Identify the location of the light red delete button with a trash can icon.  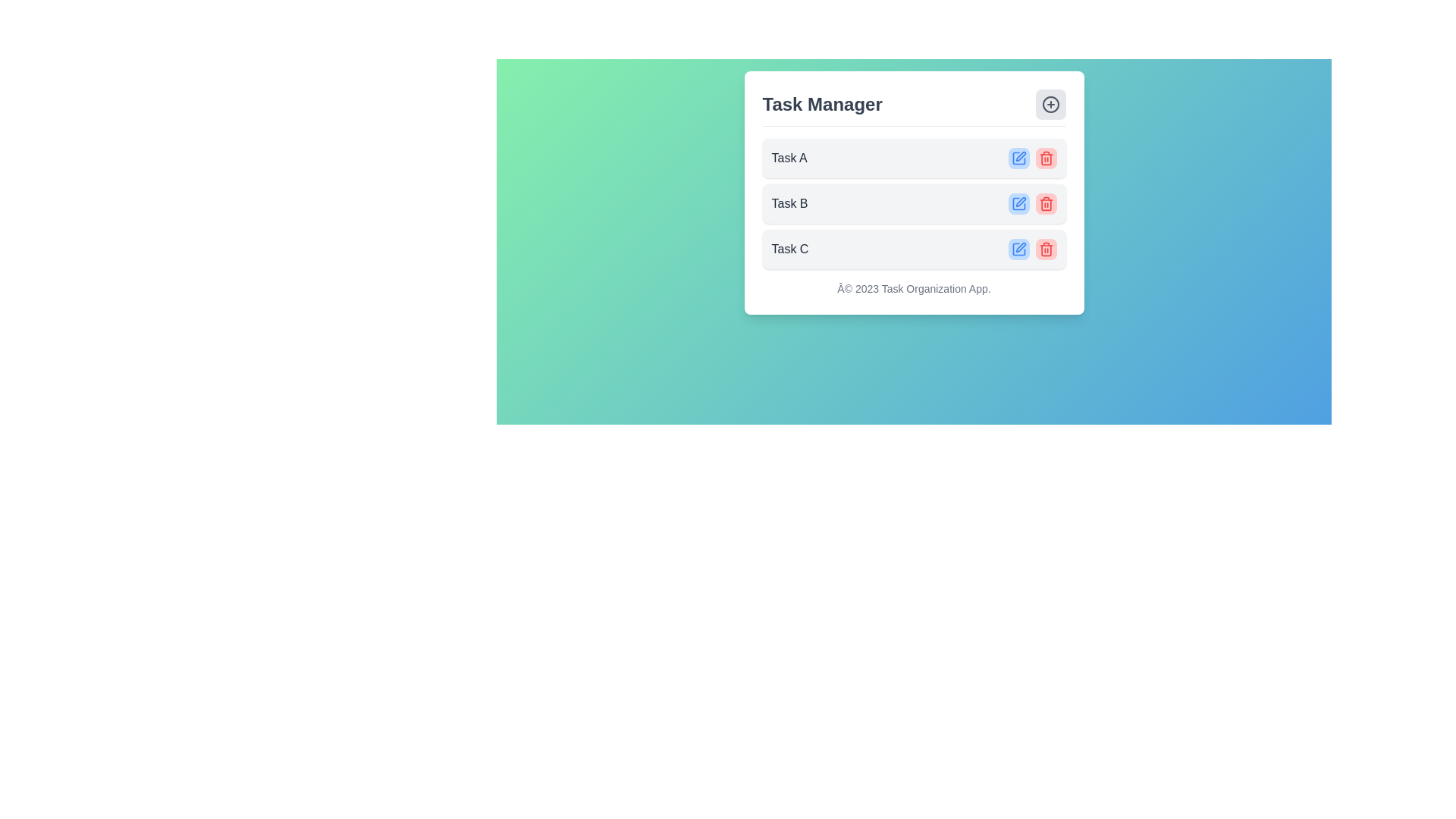
(1045, 248).